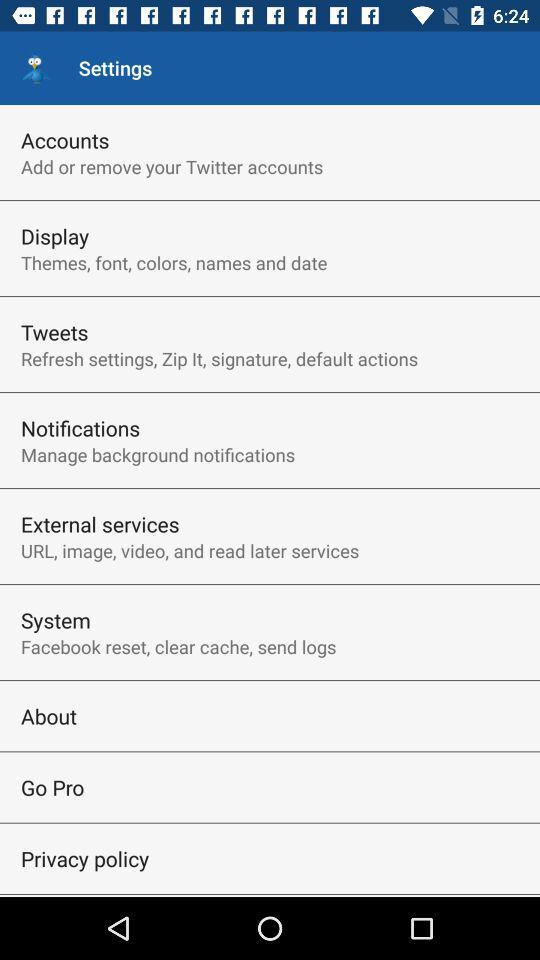  What do you see at coordinates (99, 523) in the screenshot?
I see `the external services icon` at bounding box center [99, 523].